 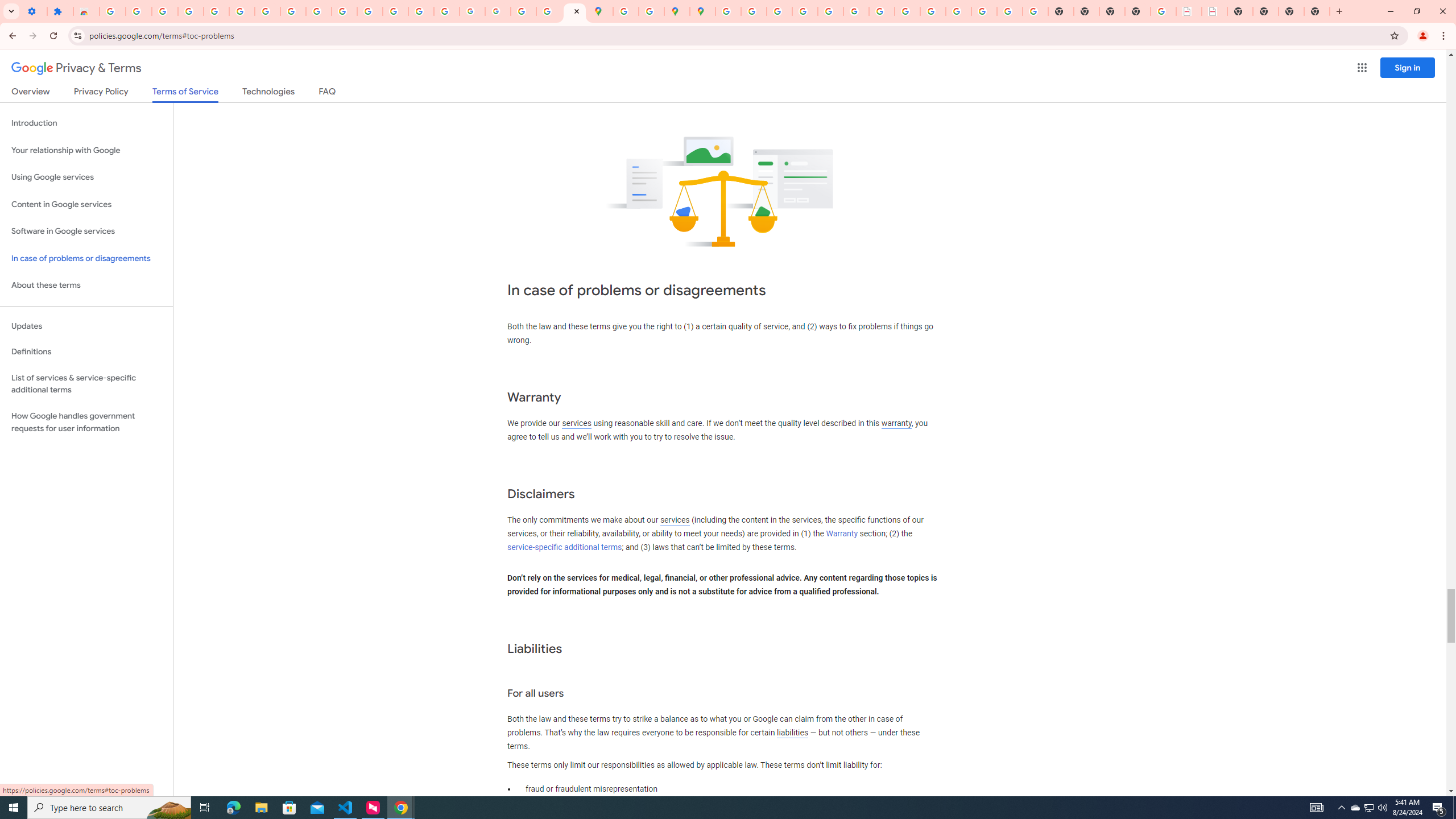 What do you see at coordinates (242, 11) in the screenshot?
I see `'Sign in - Google Accounts'` at bounding box center [242, 11].